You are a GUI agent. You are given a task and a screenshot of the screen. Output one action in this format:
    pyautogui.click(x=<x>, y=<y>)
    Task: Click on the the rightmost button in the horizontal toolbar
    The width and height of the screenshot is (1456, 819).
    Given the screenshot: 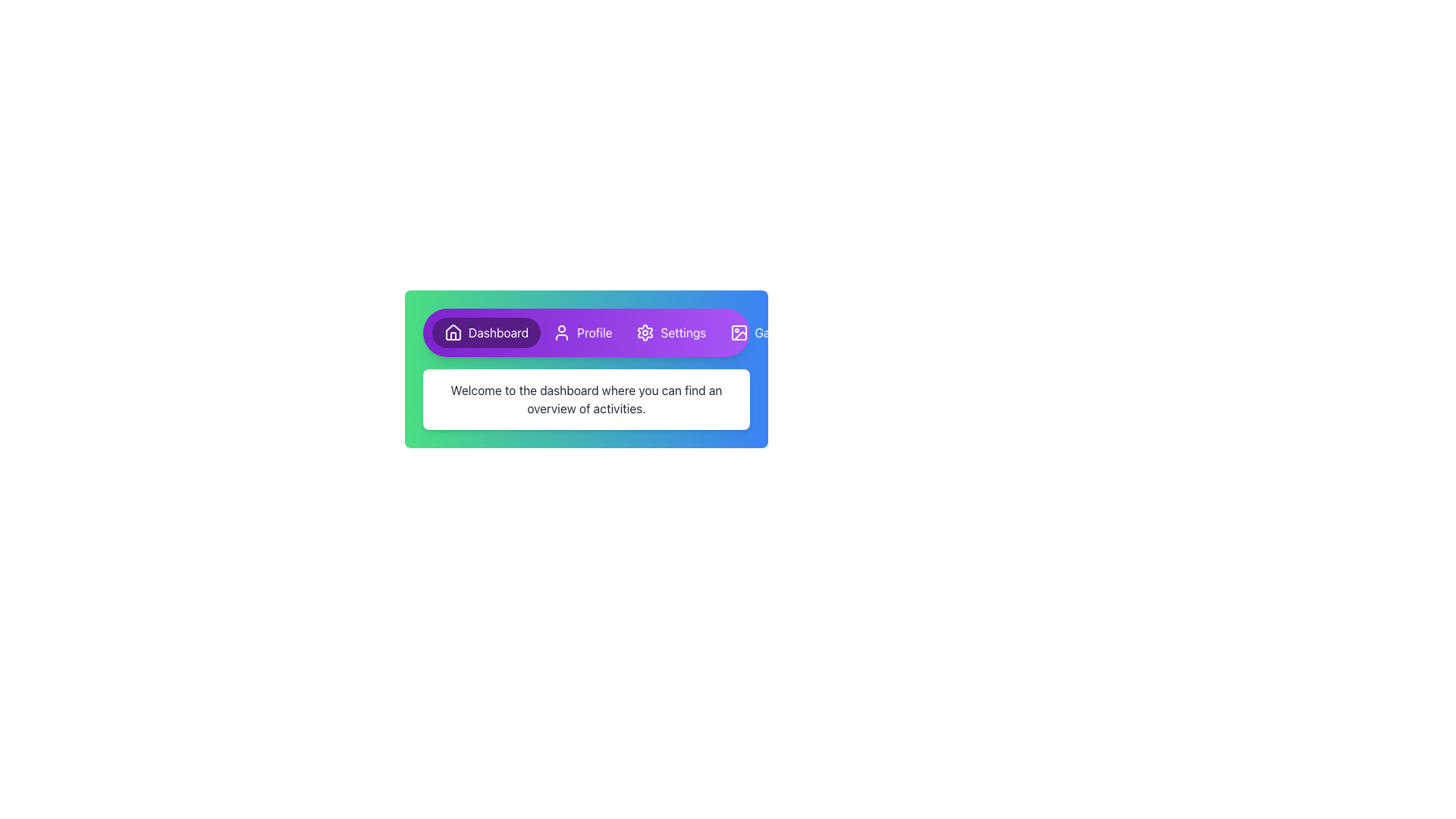 What is the action you would take?
    pyautogui.click(x=761, y=332)
    